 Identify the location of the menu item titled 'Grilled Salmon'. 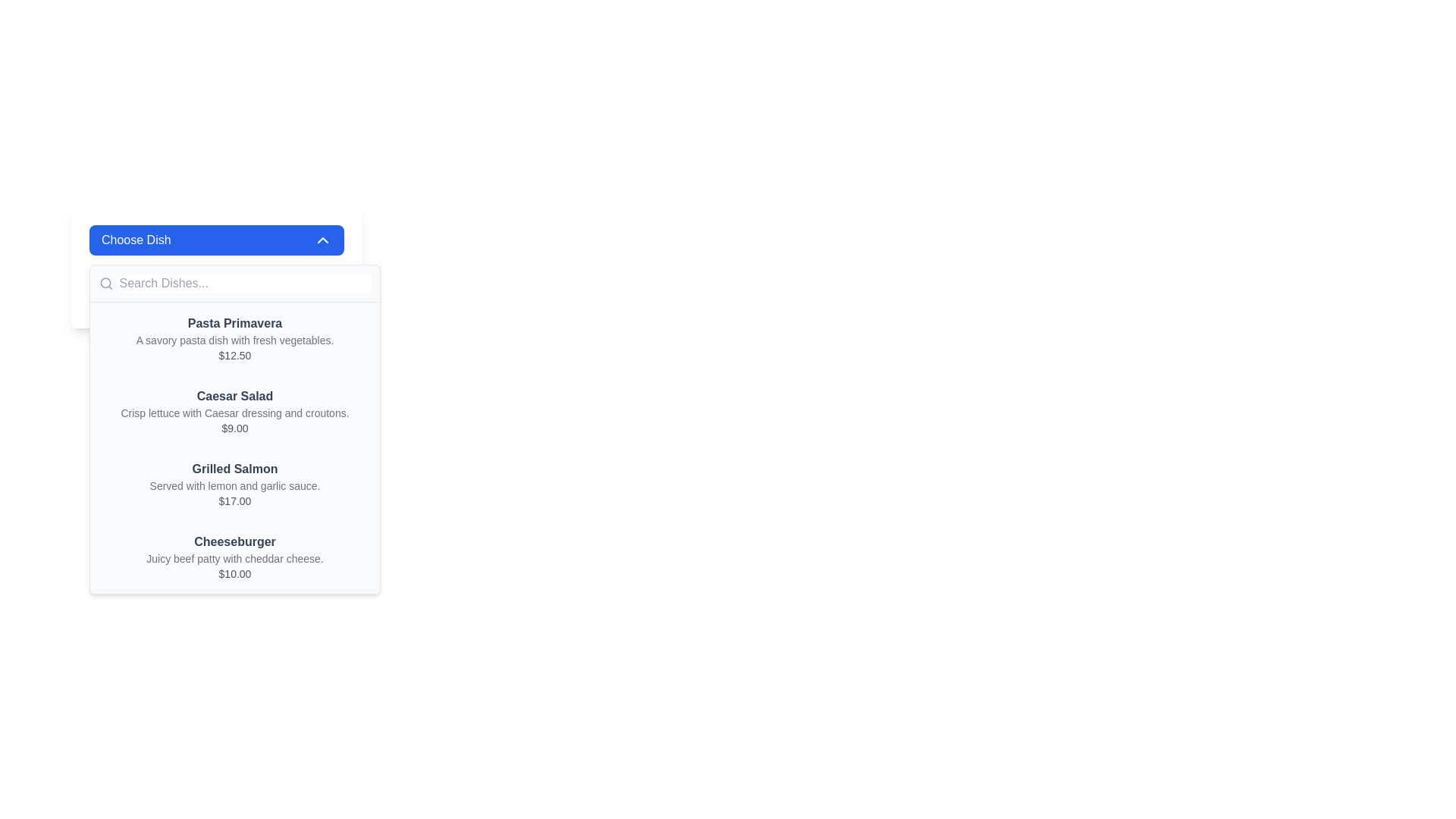
(234, 485).